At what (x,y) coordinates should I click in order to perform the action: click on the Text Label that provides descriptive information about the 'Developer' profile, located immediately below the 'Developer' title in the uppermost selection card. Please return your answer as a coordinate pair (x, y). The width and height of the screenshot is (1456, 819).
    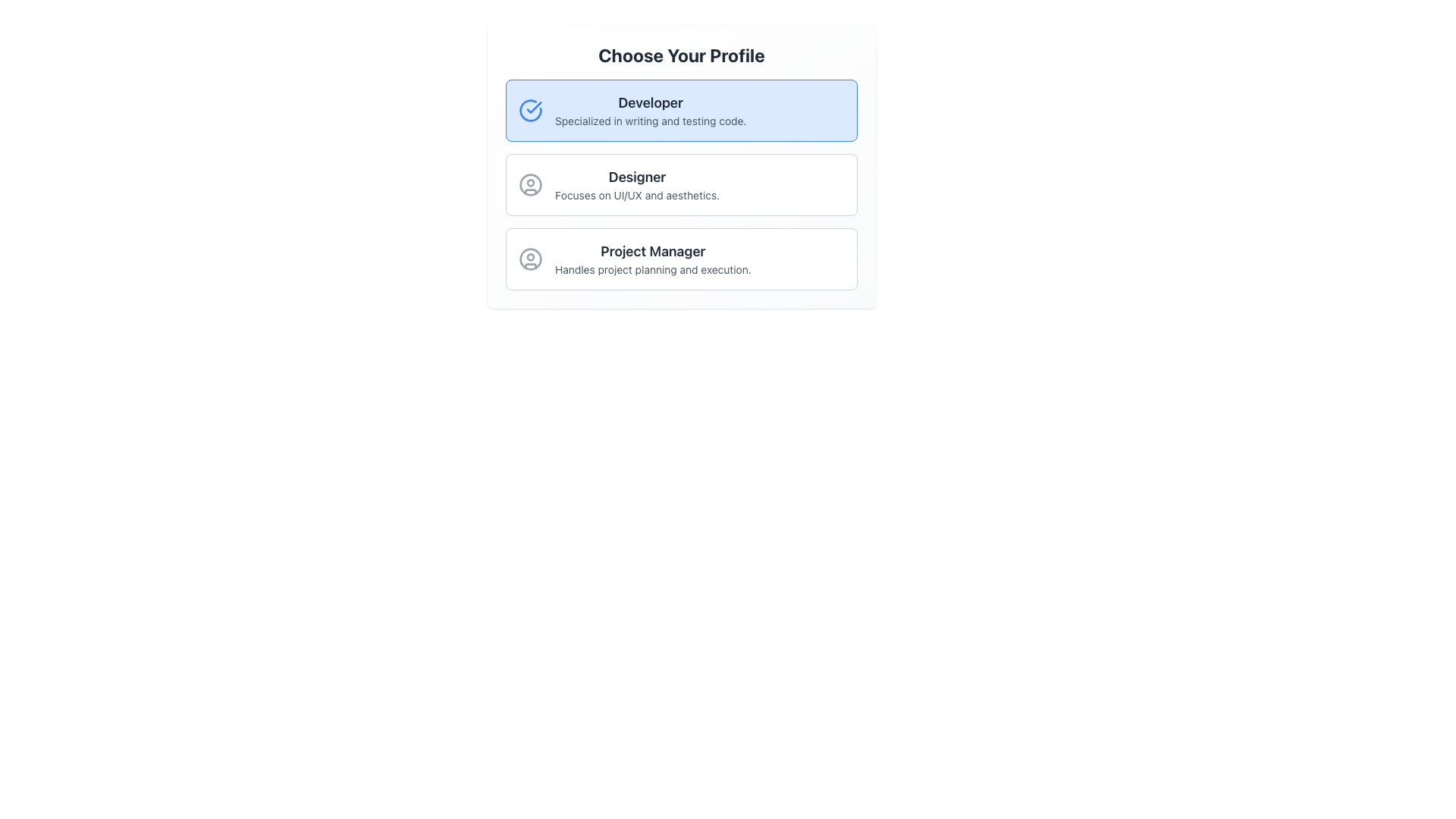
    Looking at the image, I should click on (651, 120).